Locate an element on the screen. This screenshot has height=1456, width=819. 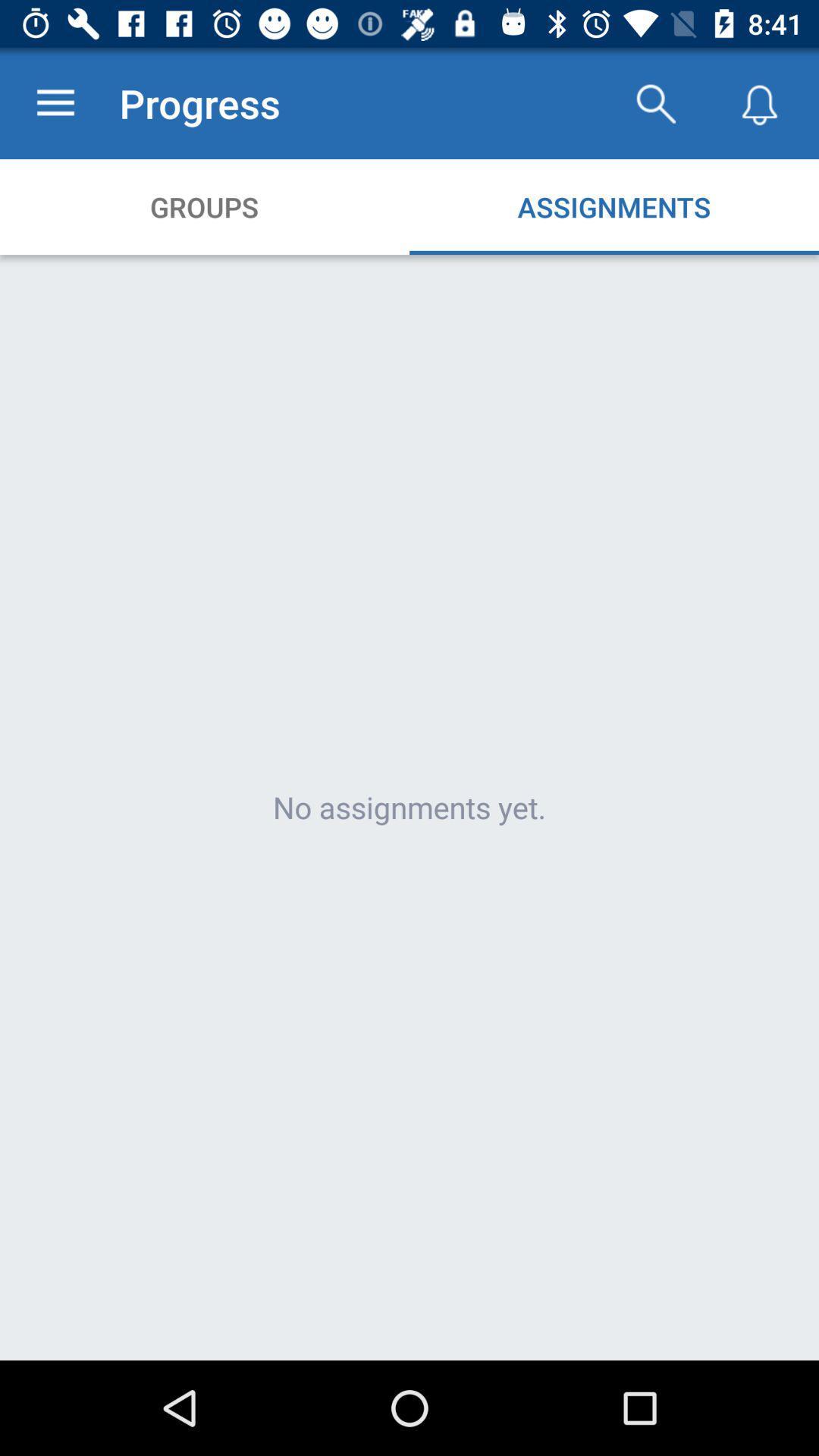
the icon above the no assignments yet. icon is located at coordinates (55, 102).